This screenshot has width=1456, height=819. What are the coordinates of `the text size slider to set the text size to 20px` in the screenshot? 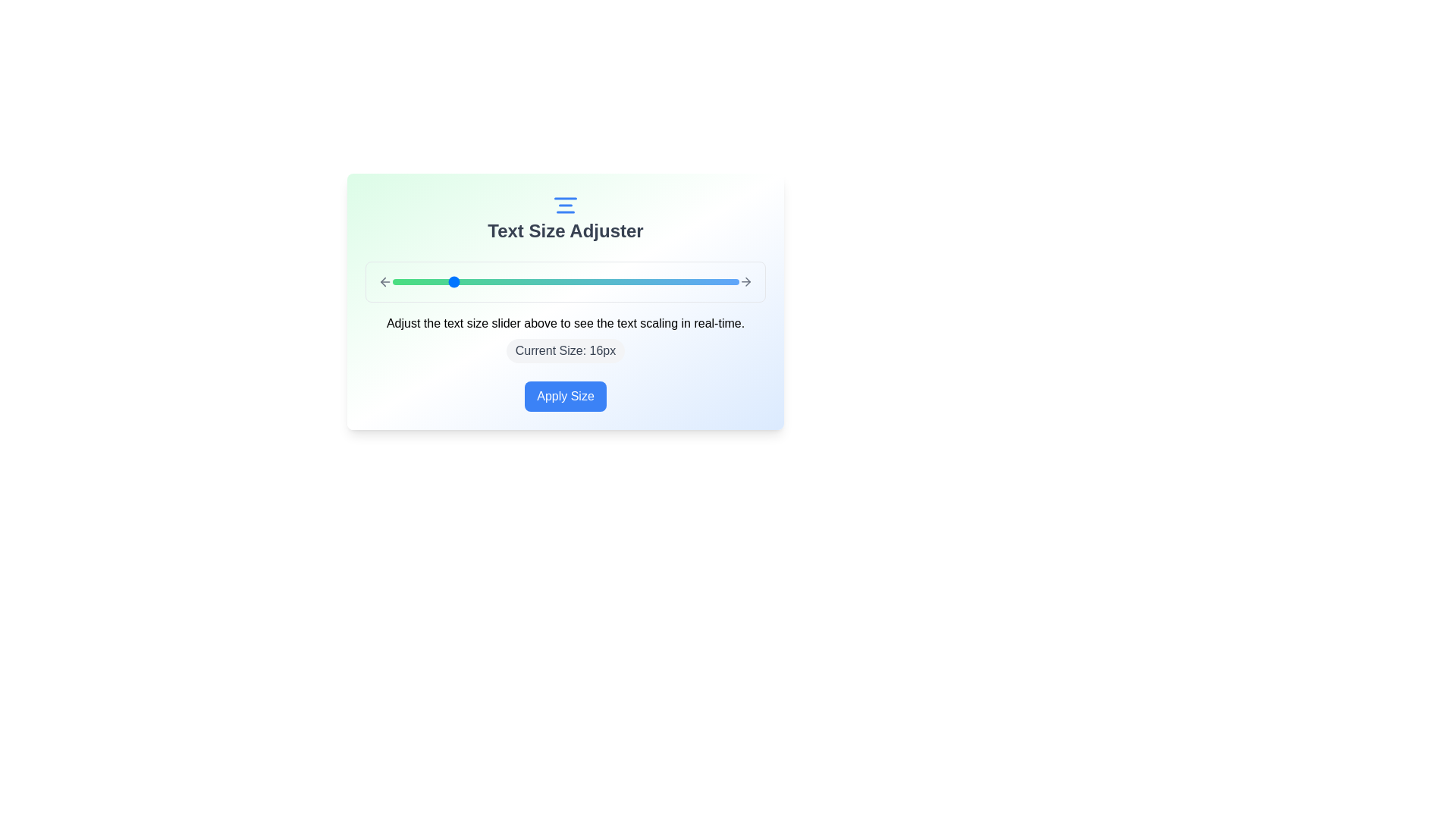 It's located at (507, 281).